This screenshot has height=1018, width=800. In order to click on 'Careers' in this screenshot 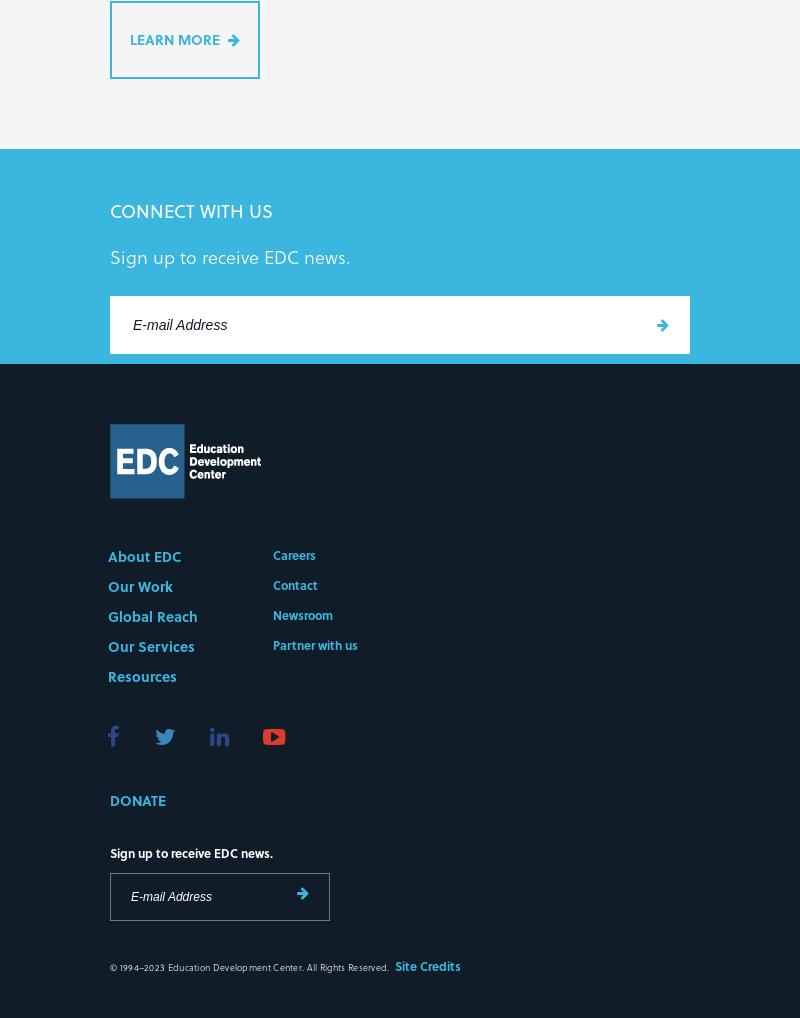, I will do `click(294, 556)`.